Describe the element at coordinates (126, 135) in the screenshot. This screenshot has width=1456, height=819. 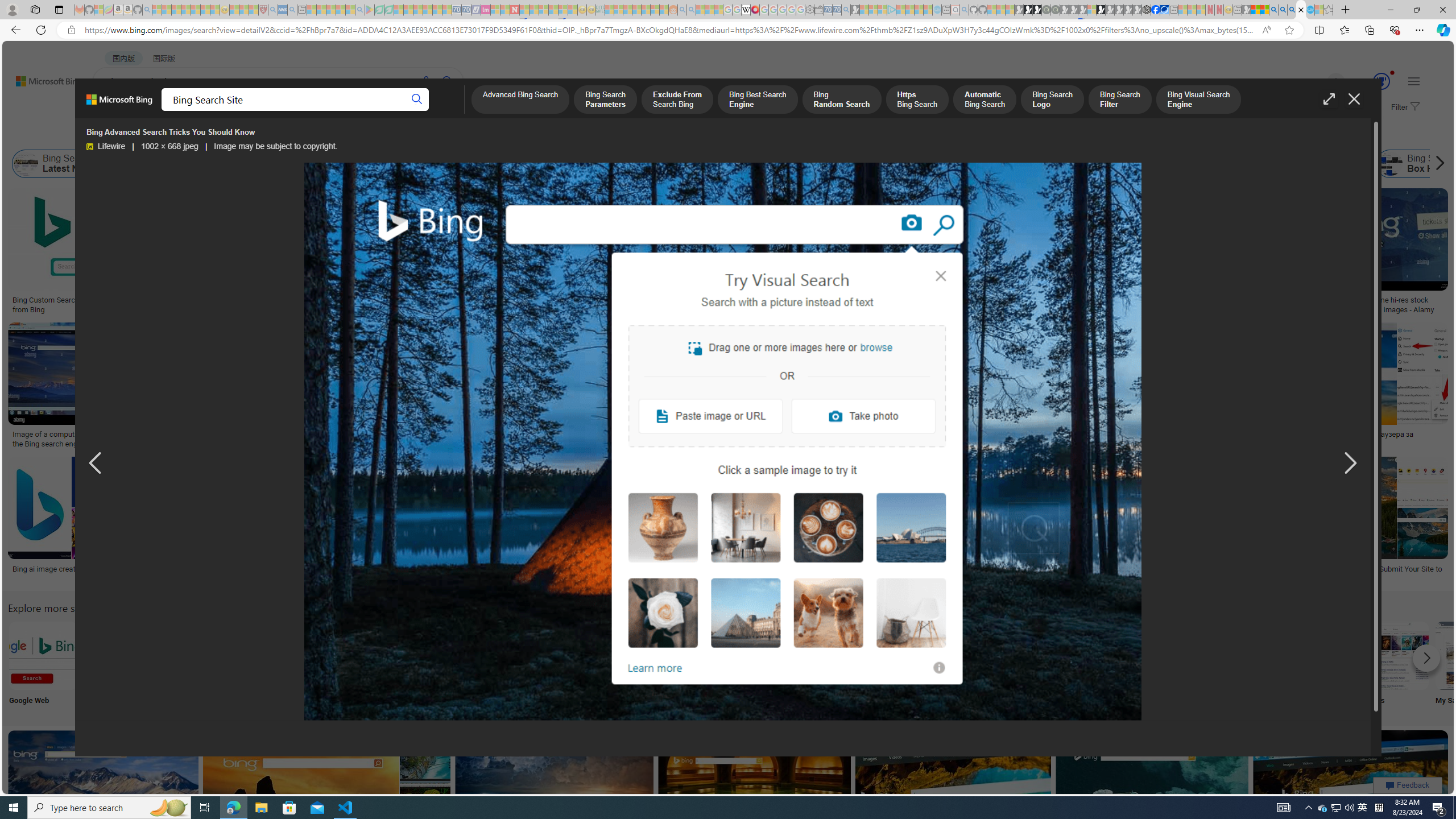
I see `'Image size'` at that location.